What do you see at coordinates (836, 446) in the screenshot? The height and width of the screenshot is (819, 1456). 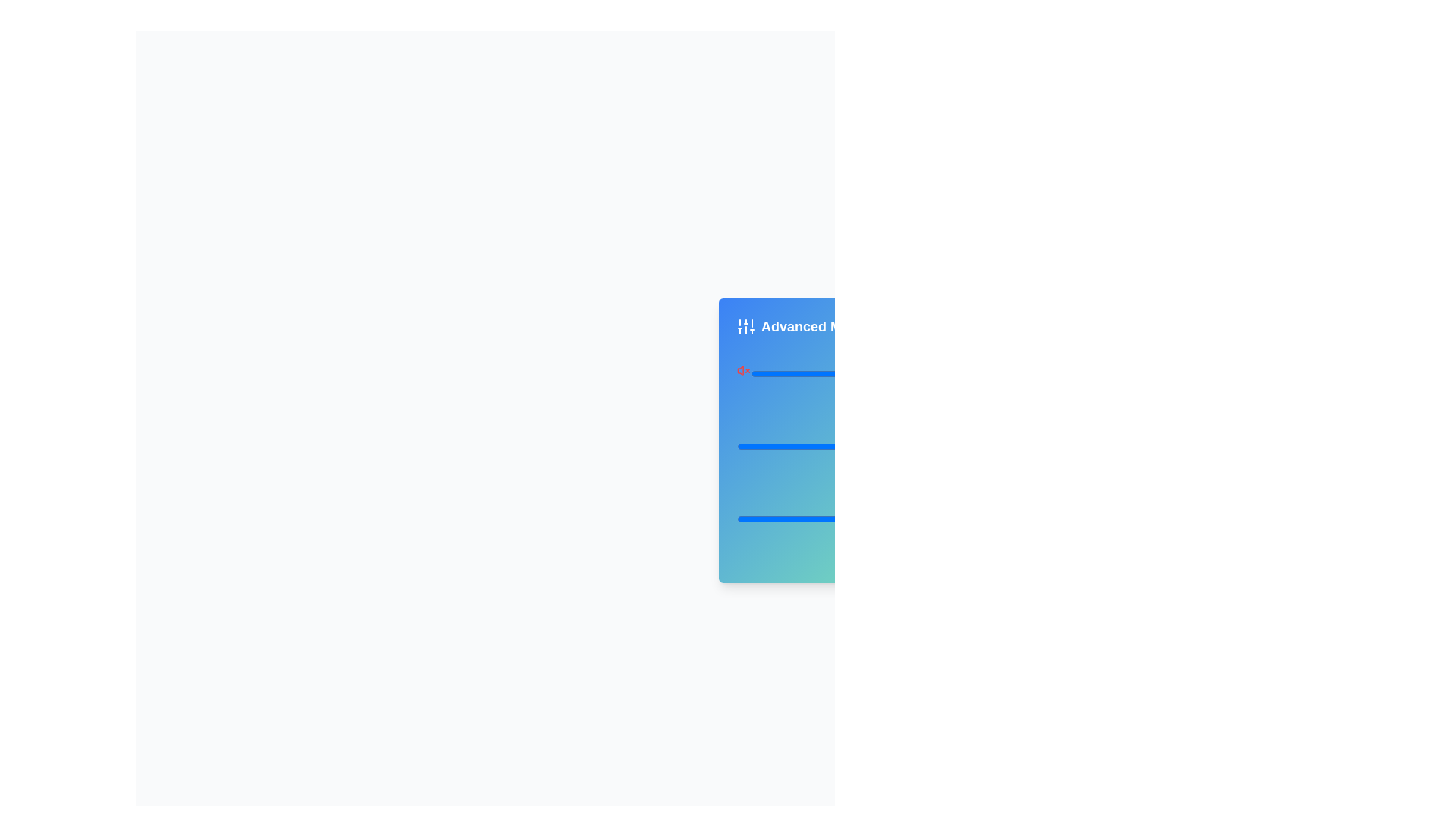 I see `the slider value` at bounding box center [836, 446].